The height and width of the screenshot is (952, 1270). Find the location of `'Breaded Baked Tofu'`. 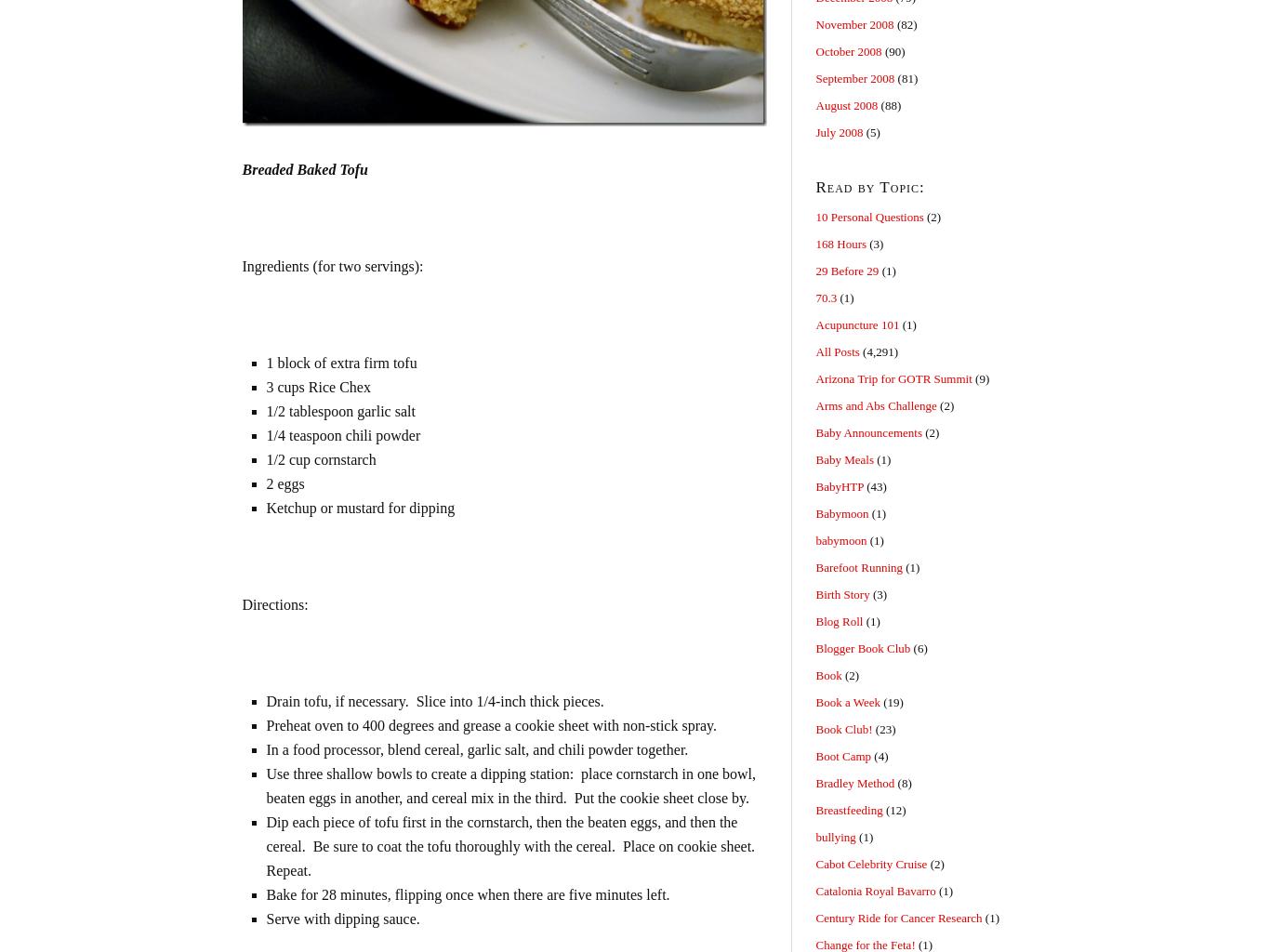

'Breaded Baked Tofu' is located at coordinates (304, 169).